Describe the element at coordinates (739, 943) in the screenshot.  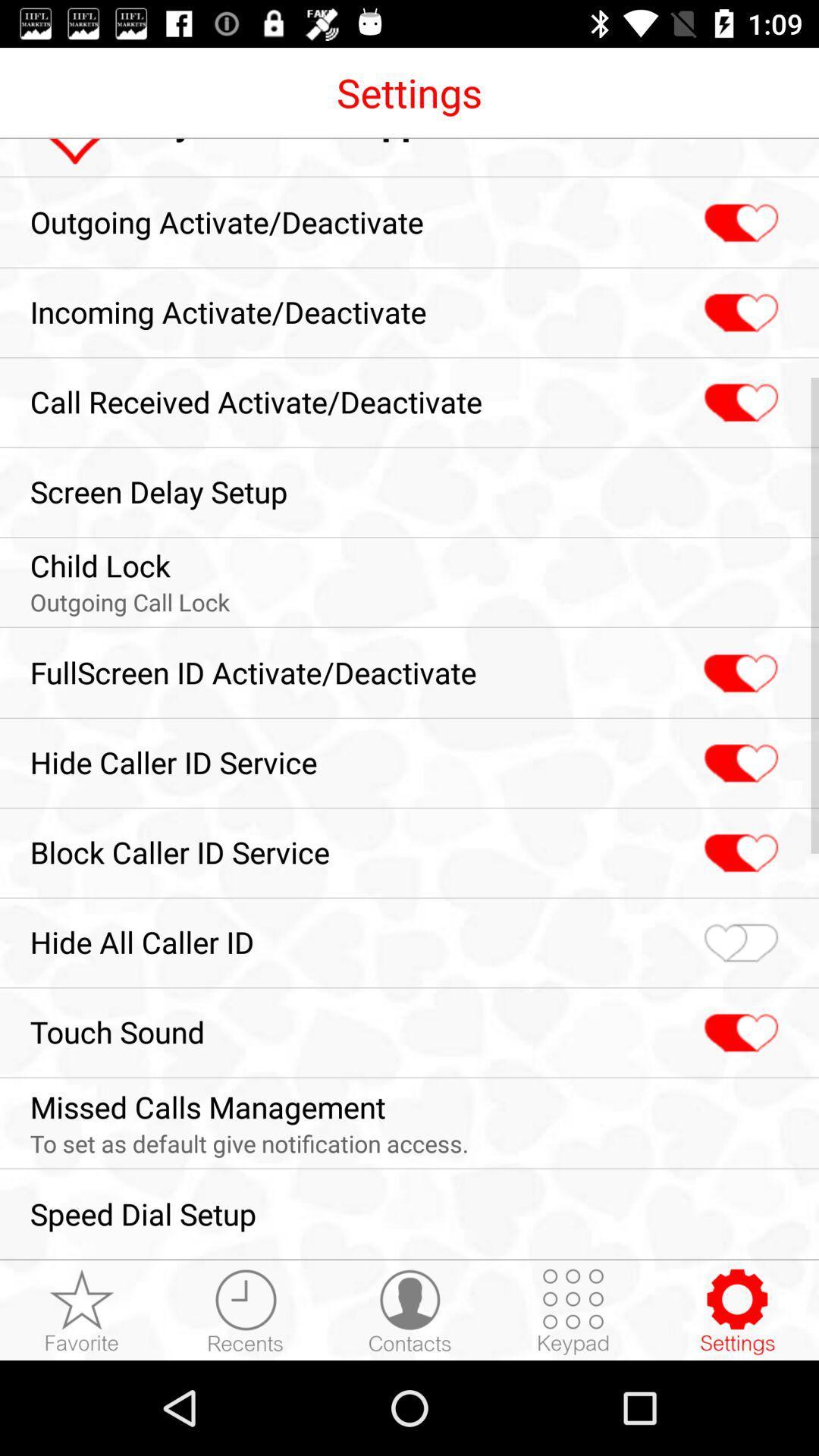
I see `the favorite icon` at that location.